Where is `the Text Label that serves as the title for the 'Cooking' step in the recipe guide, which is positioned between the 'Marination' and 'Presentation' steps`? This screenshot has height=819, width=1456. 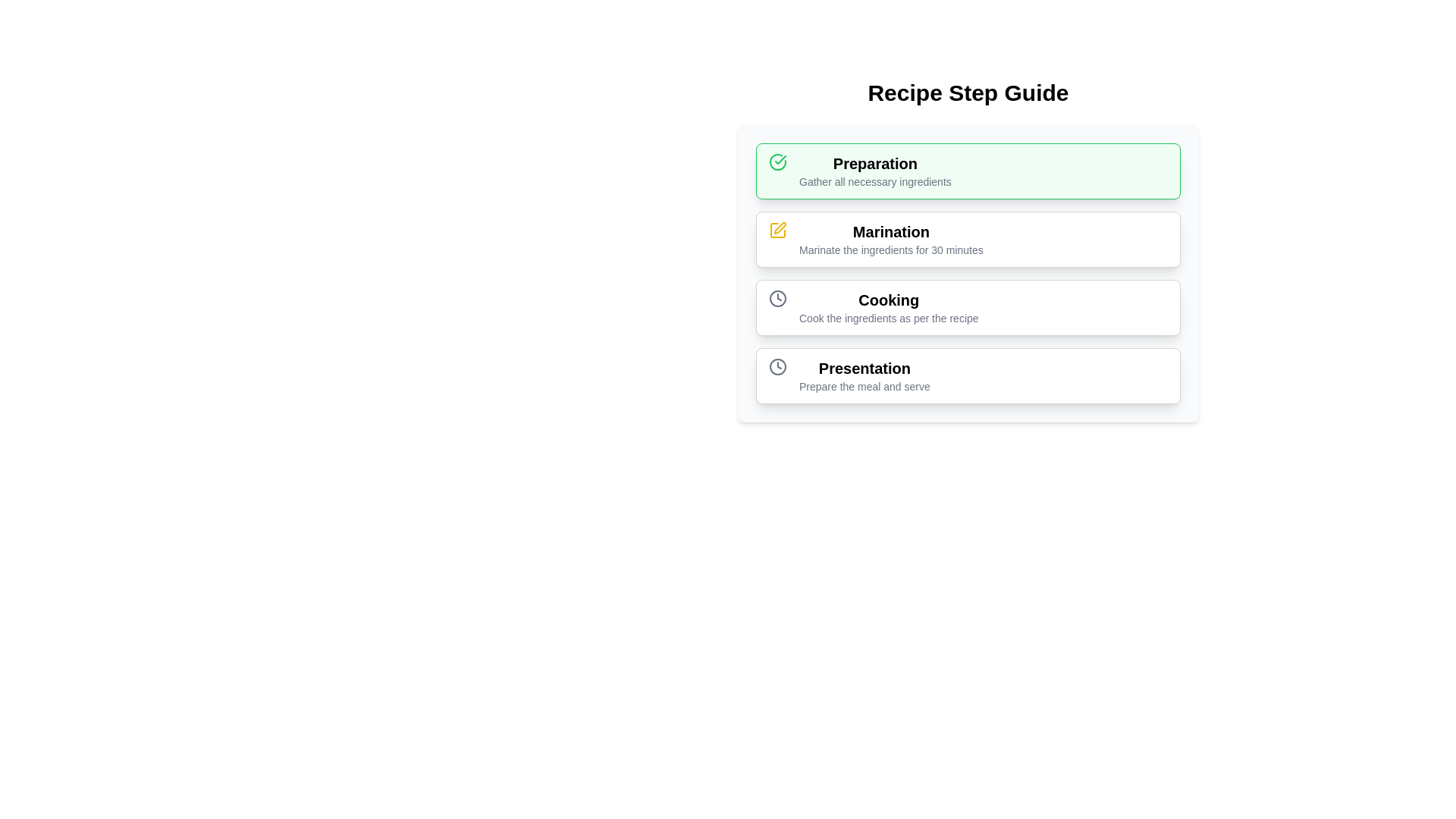 the Text Label that serves as the title for the 'Cooking' step in the recipe guide, which is positioned between the 'Marination' and 'Presentation' steps is located at coordinates (889, 300).